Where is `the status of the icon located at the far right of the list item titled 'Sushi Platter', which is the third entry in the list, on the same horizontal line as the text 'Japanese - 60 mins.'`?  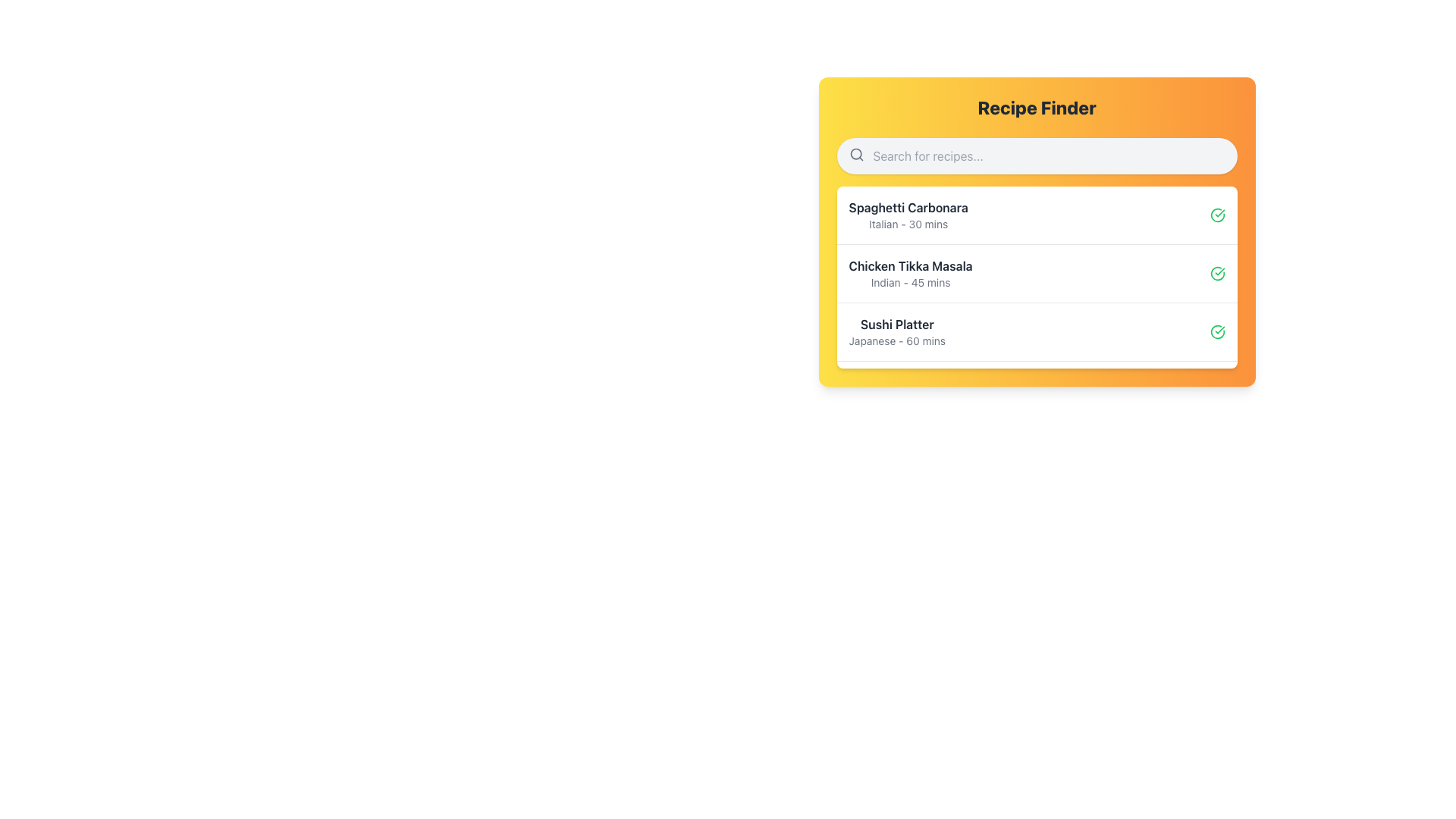
the status of the icon located at the far right of the list item titled 'Sushi Platter', which is the third entry in the list, on the same horizontal line as the text 'Japanese - 60 mins.' is located at coordinates (1217, 331).